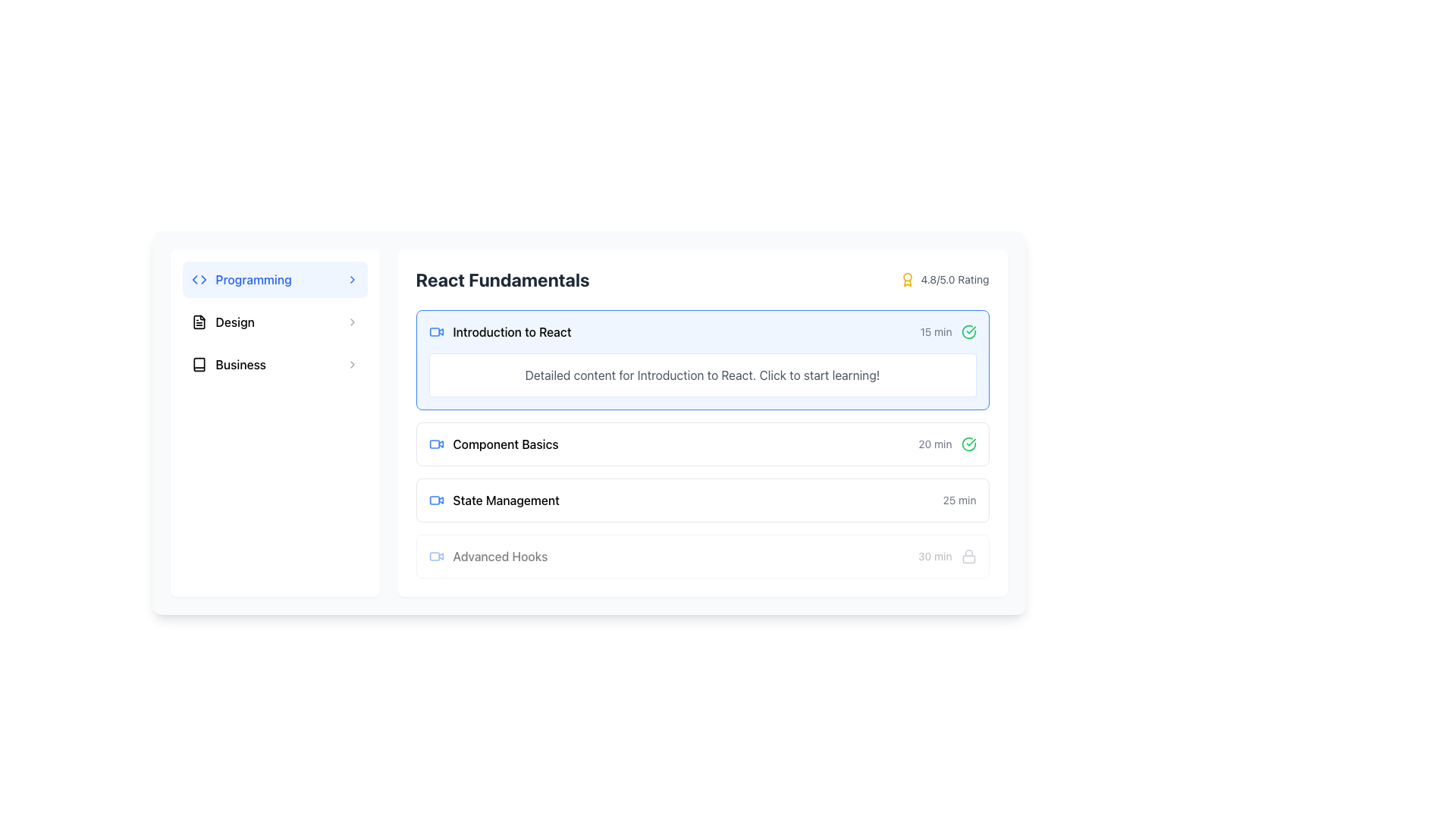 This screenshot has height=819, width=1456. I want to click on the SVG rectangle with rounded corners that is part of the video icon, located near the text 'Advanced Hooks' under the 'React Fundamentals' section, so click(433, 556).